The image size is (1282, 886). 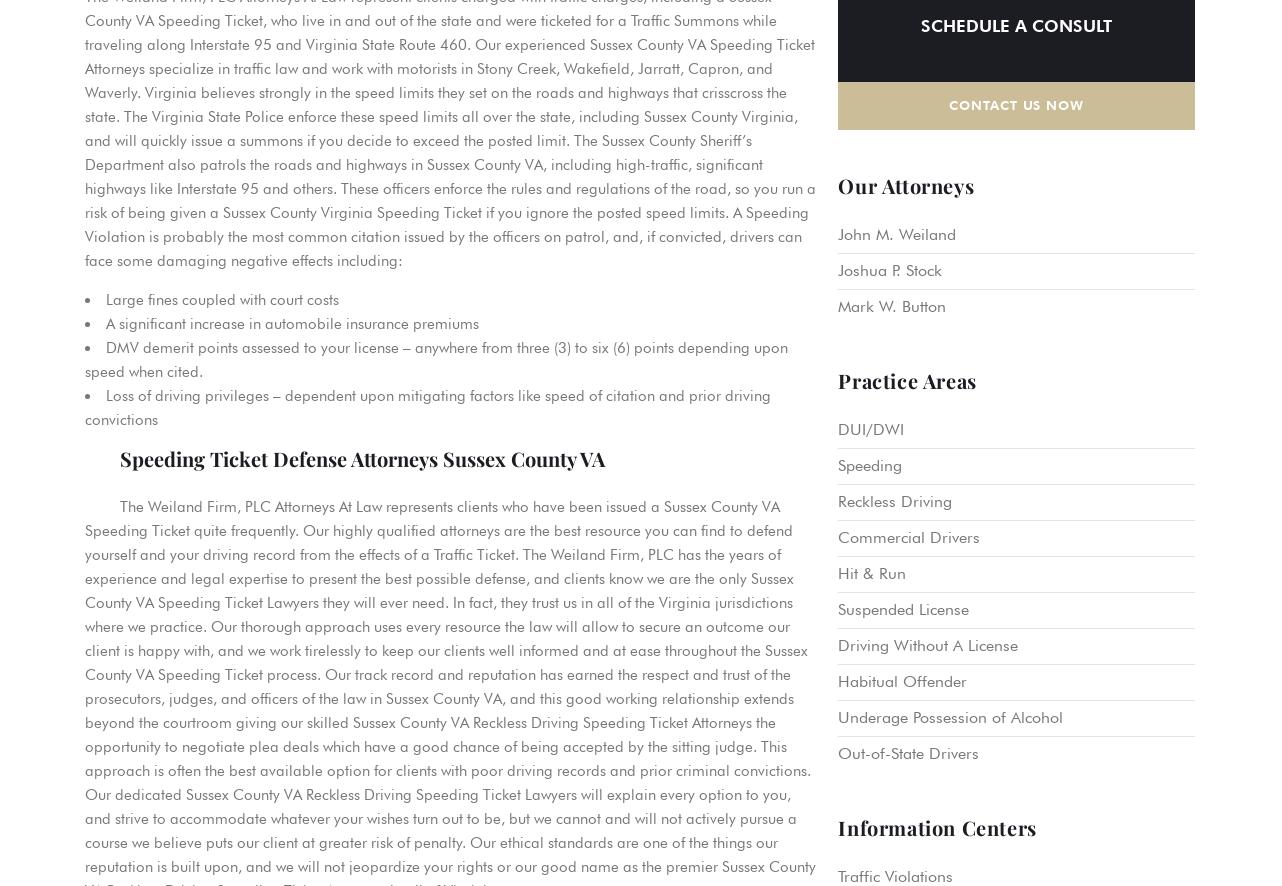 What do you see at coordinates (905, 184) in the screenshot?
I see `'Our Attorneys'` at bounding box center [905, 184].